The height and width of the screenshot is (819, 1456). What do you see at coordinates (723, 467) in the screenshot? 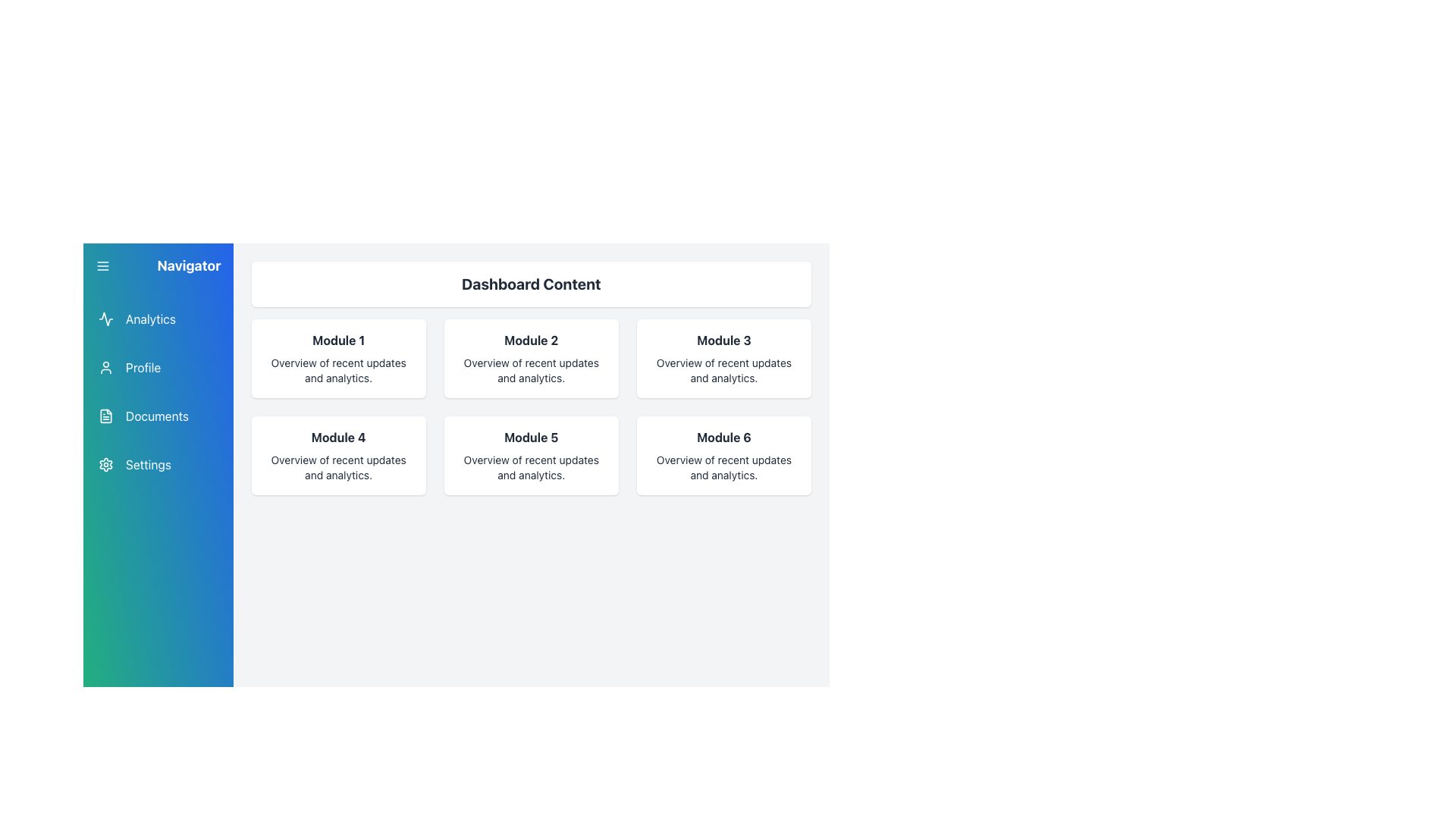
I see `information displayed in the Text Label located in the 'Module 6' card at the bottom-right of the grid` at bounding box center [723, 467].